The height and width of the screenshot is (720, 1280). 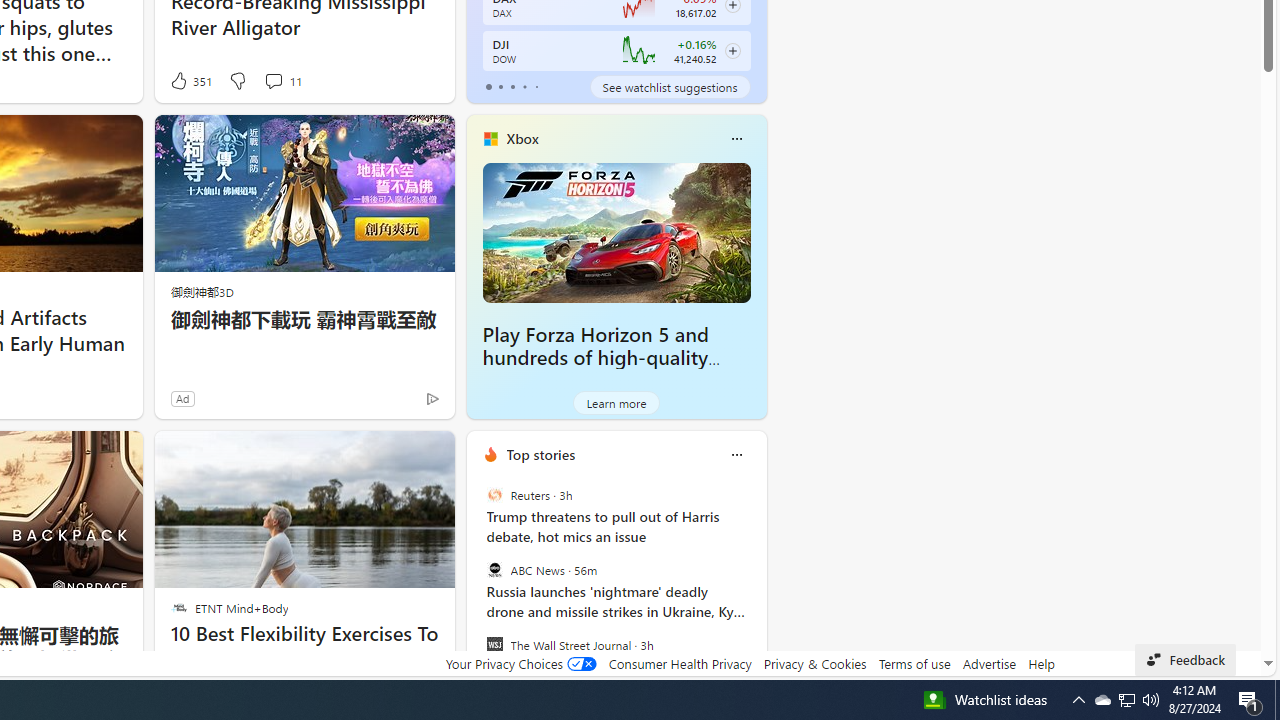 I want to click on 'Xbox', so click(x=522, y=138).